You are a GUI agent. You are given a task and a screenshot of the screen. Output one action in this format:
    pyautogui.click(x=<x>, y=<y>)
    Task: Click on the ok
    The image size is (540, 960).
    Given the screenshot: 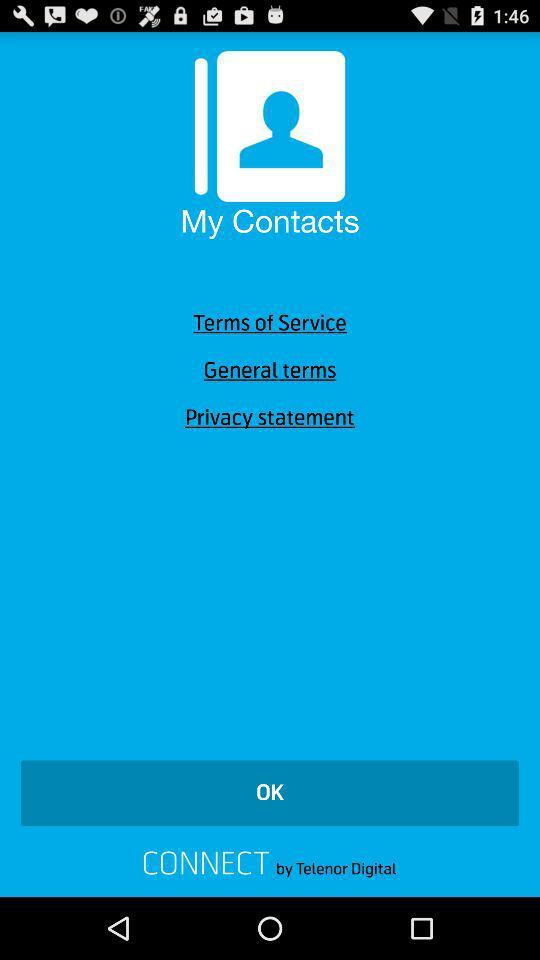 What is the action you would take?
    pyautogui.click(x=270, y=793)
    